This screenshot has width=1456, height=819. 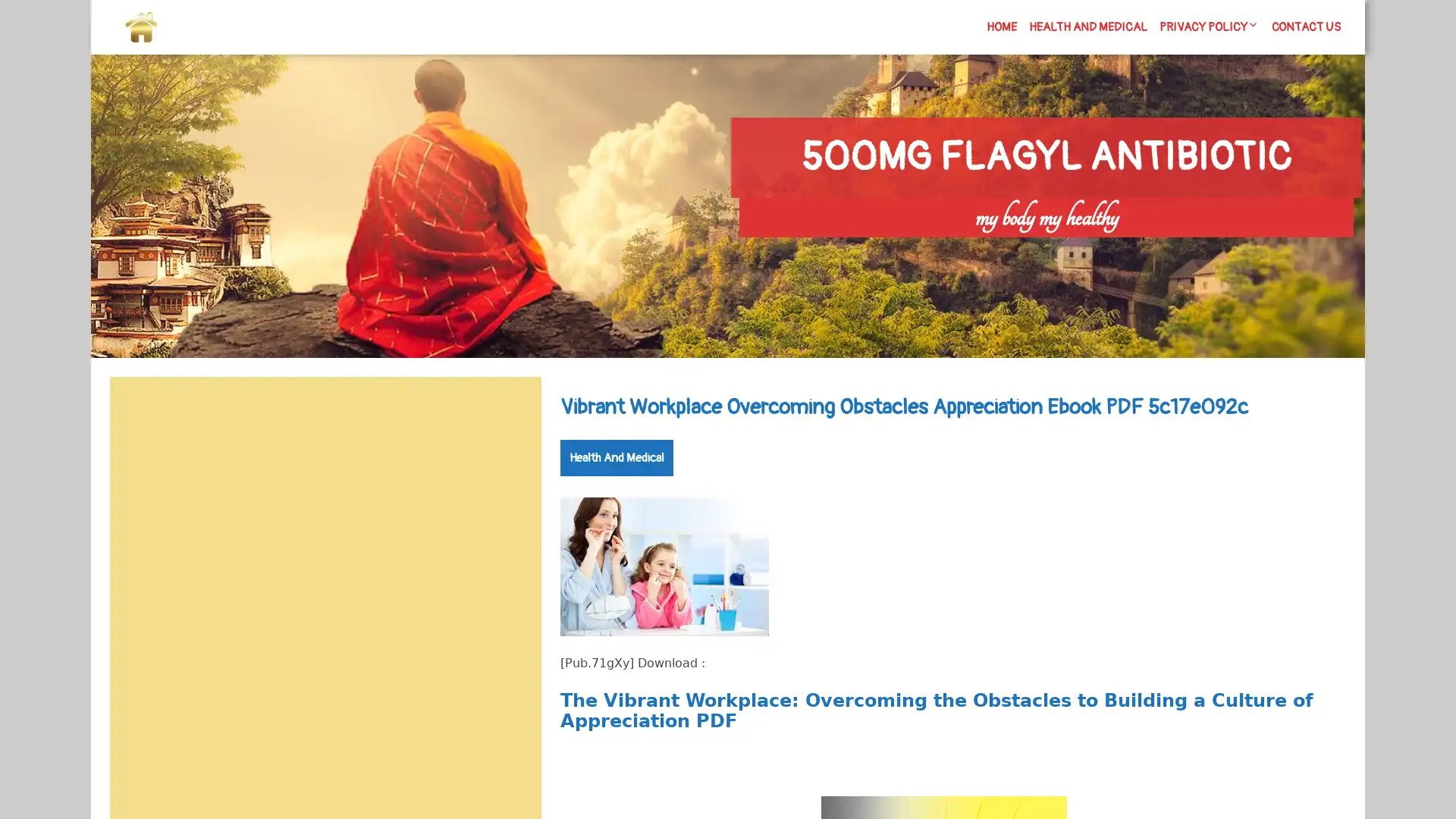 What do you see at coordinates (506, 413) in the screenshot?
I see `Search` at bounding box center [506, 413].